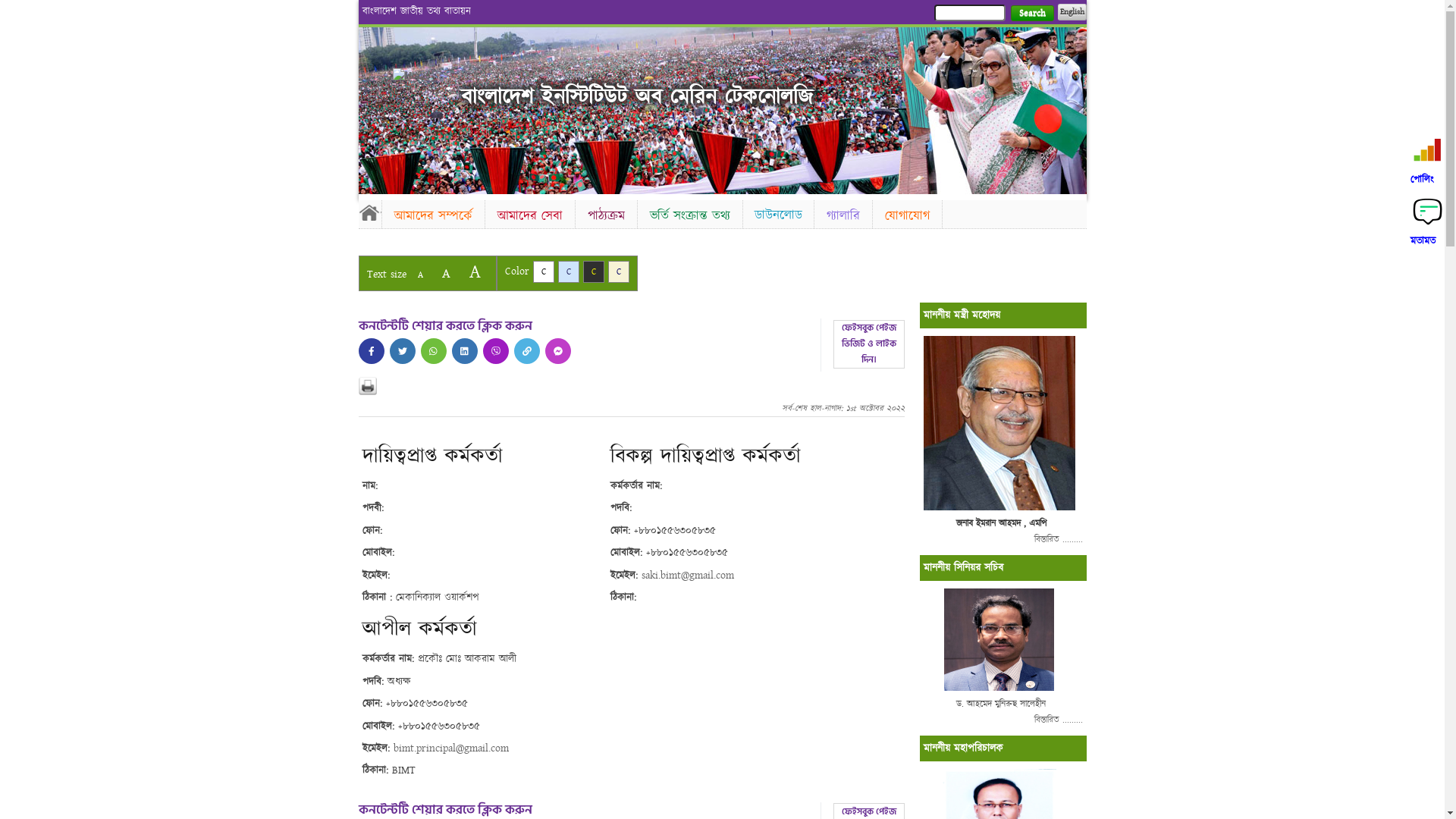 Image resolution: width=1456 pixels, height=819 pixels. What do you see at coordinates (1031, 13) in the screenshot?
I see `'Search'` at bounding box center [1031, 13].